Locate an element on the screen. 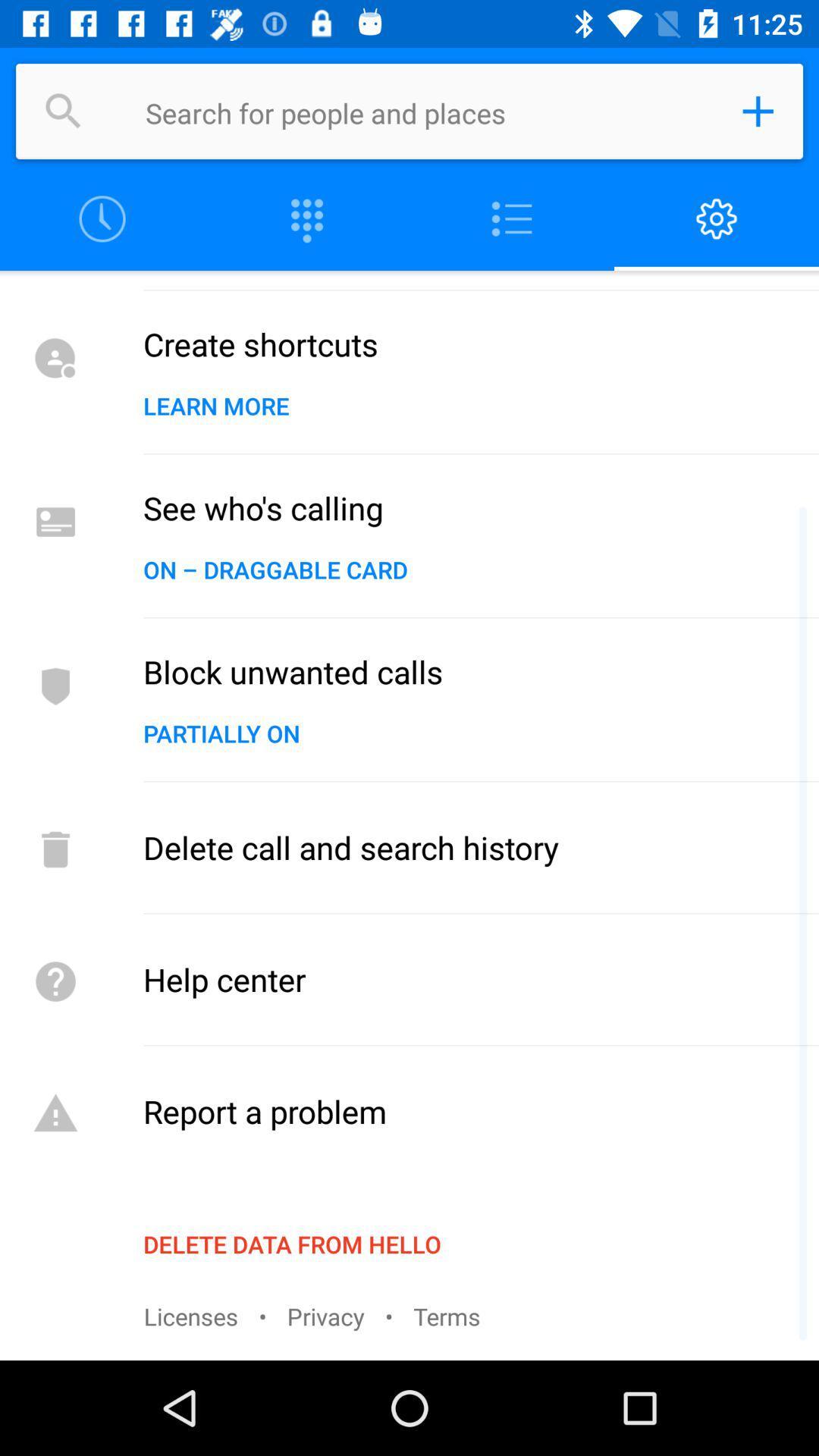  delete data from item is located at coordinates (292, 1244).